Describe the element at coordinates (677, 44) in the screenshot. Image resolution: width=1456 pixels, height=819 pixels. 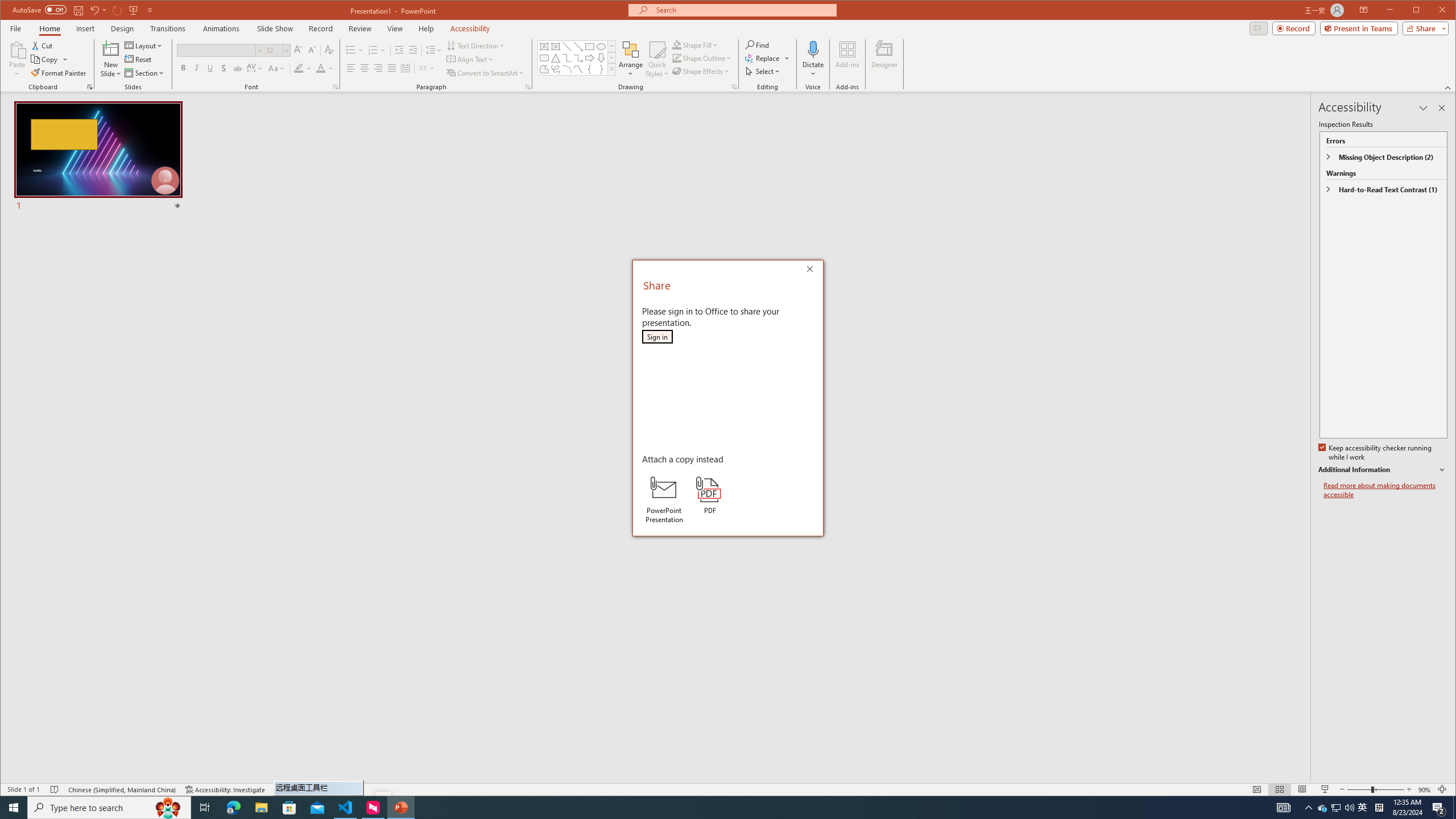
I see `'Shape Fill Orange, Accent 2'` at that location.